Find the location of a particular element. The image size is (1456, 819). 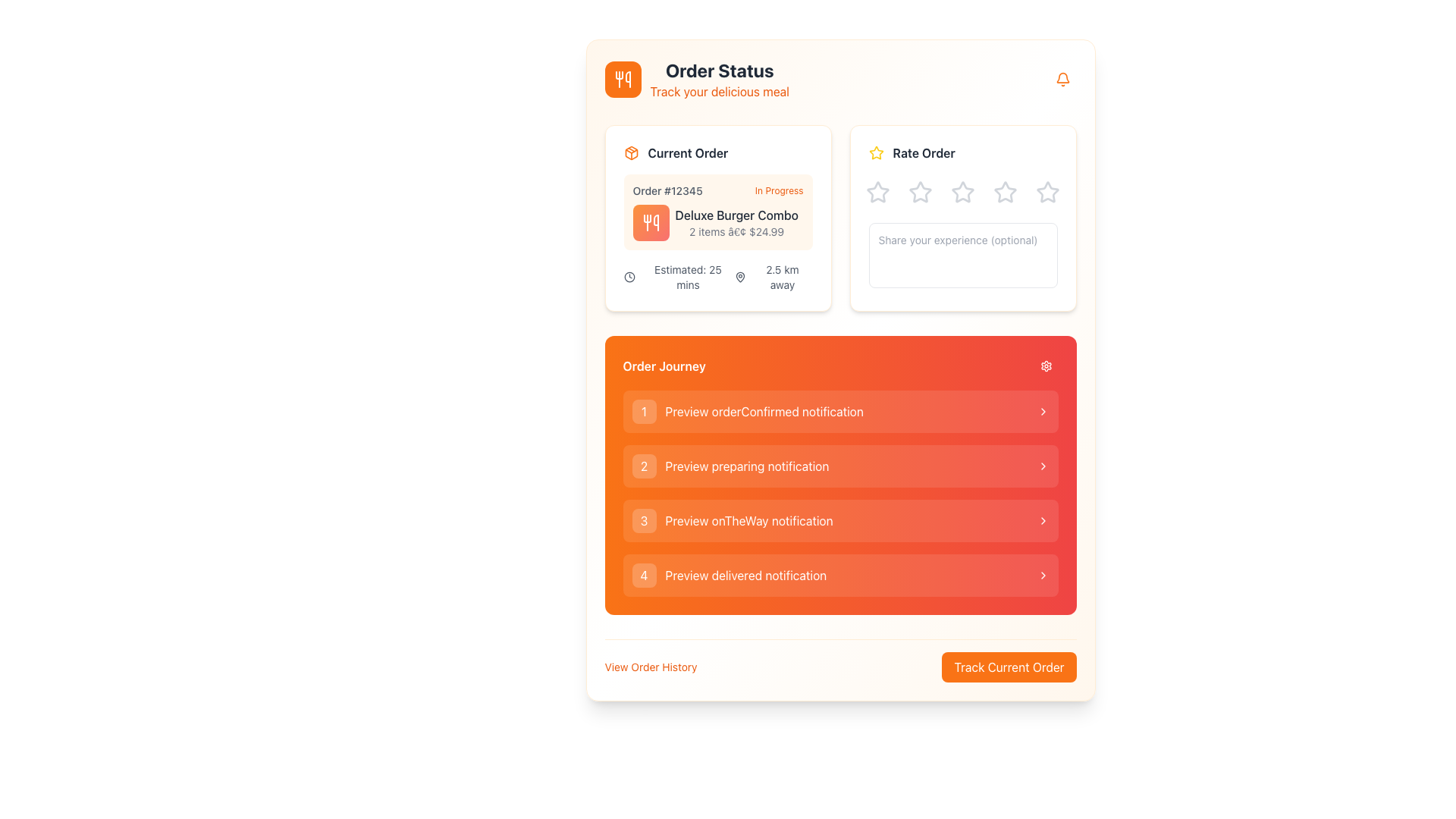

the fifth star rating button in the 'Rate Order' section to set the rating to five stars is located at coordinates (1047, 192).